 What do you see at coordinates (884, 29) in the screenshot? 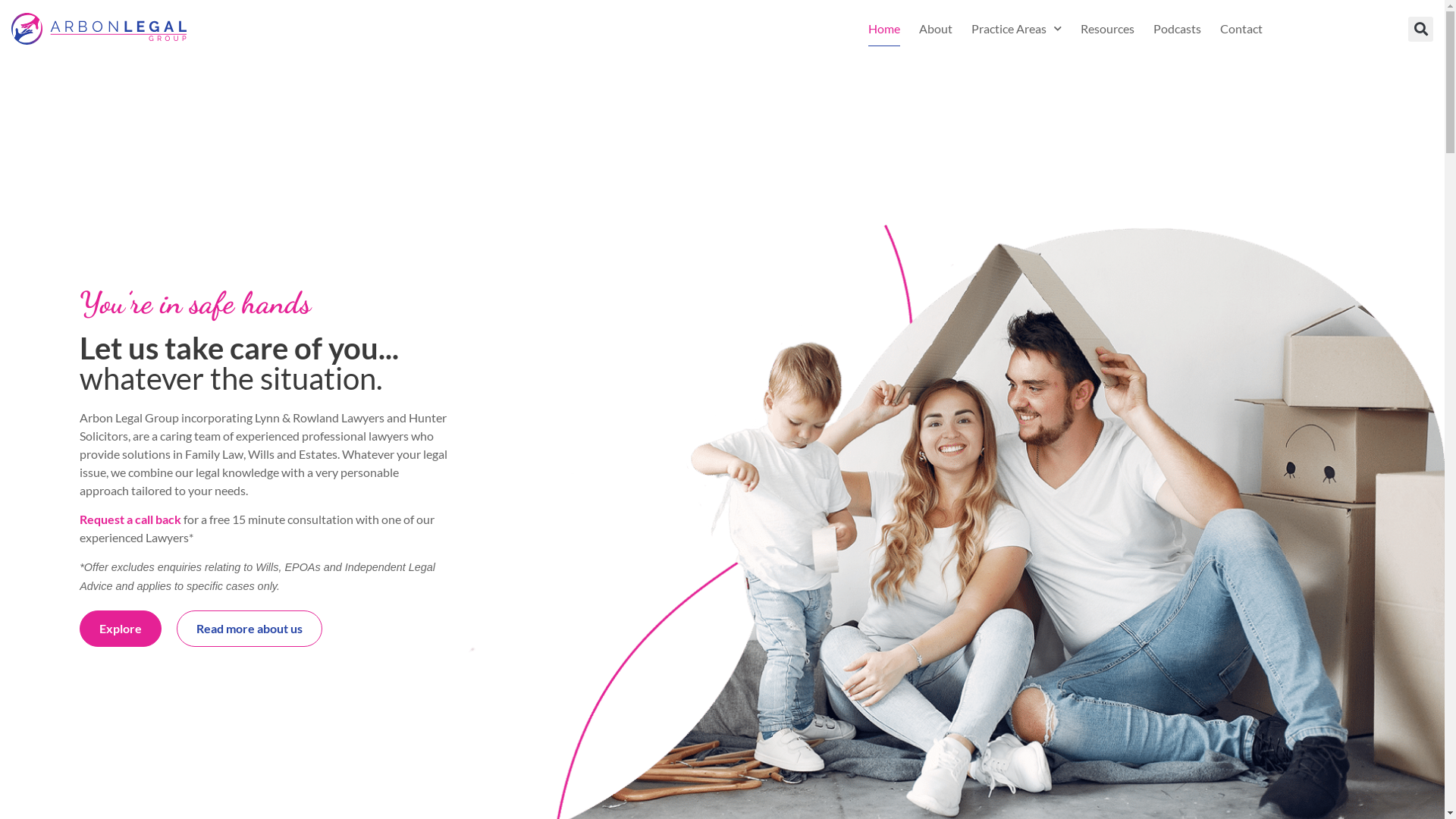
I see `'Home'` at bounding box center [884, 29].